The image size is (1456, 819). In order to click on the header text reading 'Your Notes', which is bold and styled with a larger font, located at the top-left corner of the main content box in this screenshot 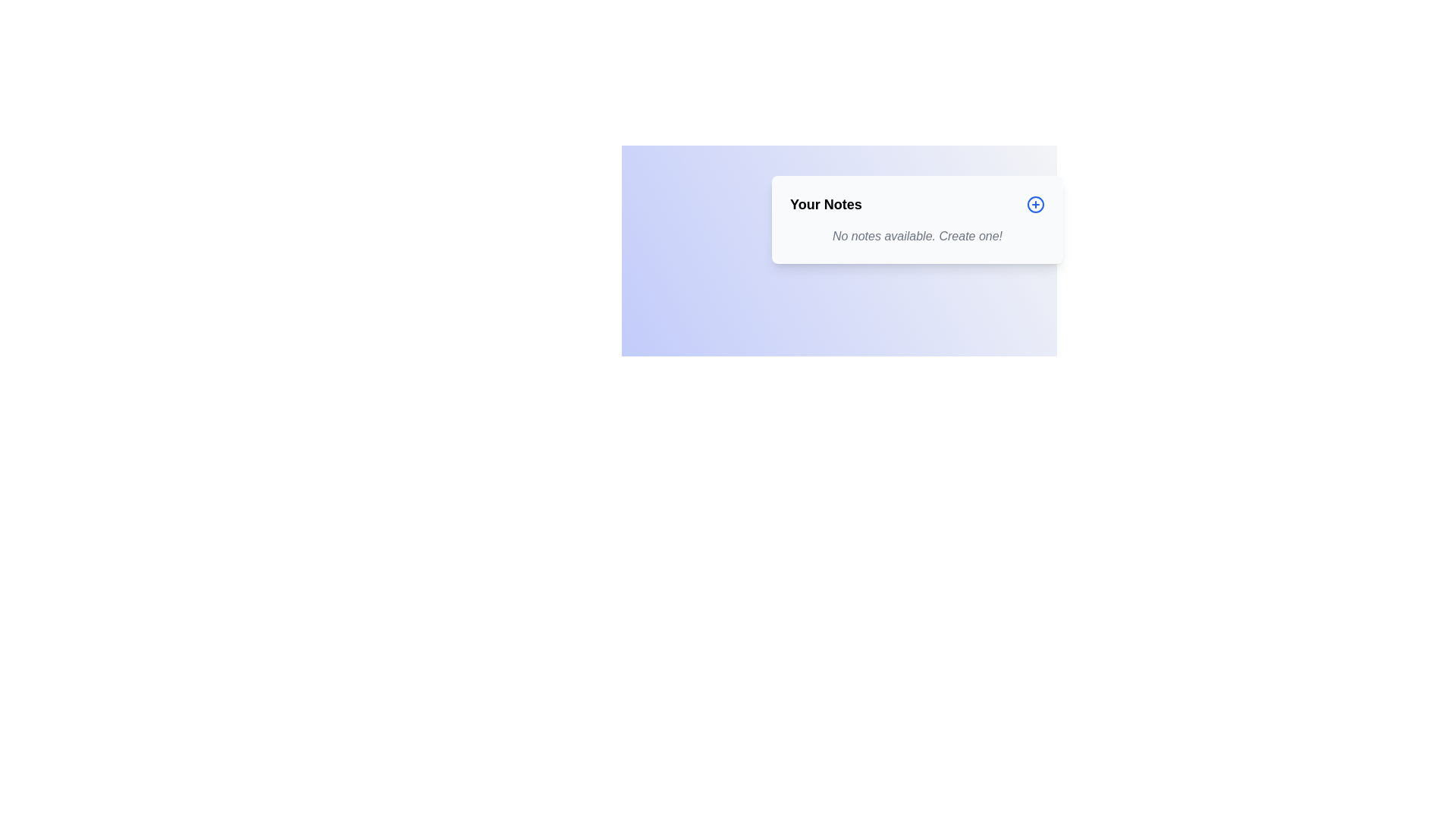, I will do `click(825, 205)`.